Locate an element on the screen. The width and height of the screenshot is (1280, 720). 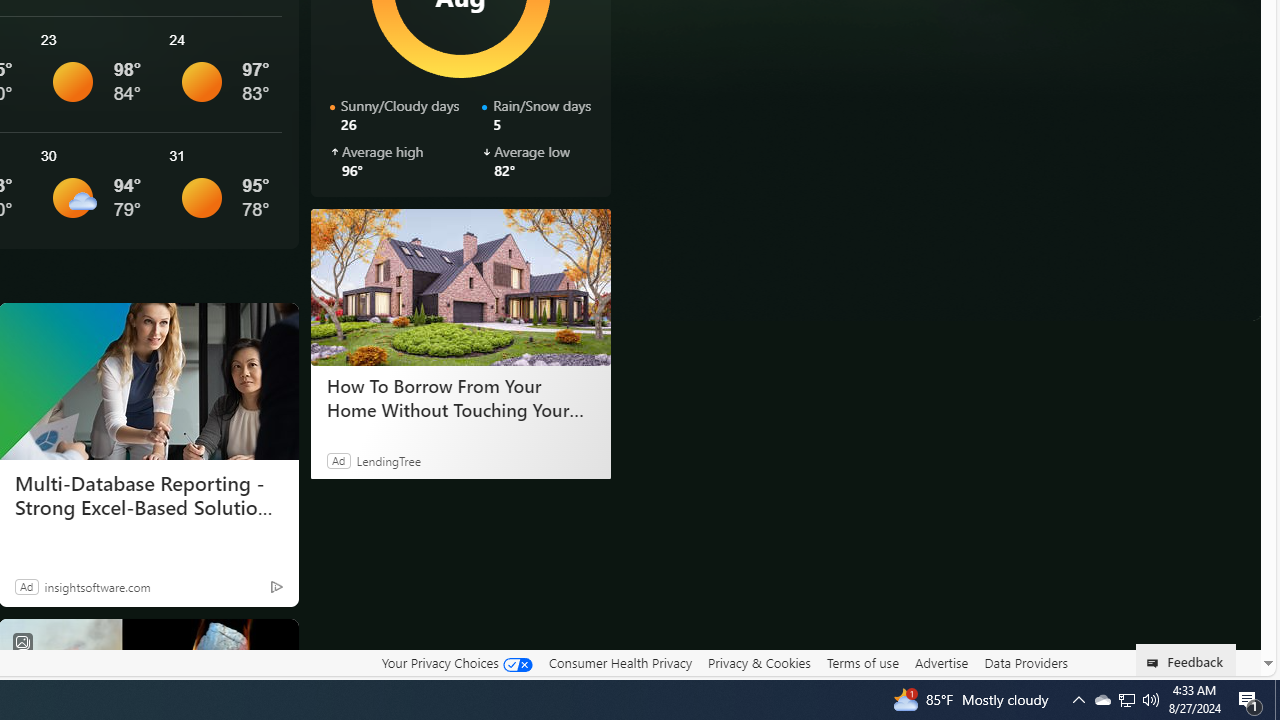
'insightsoftware.com' is located at coordinates (96, 585).